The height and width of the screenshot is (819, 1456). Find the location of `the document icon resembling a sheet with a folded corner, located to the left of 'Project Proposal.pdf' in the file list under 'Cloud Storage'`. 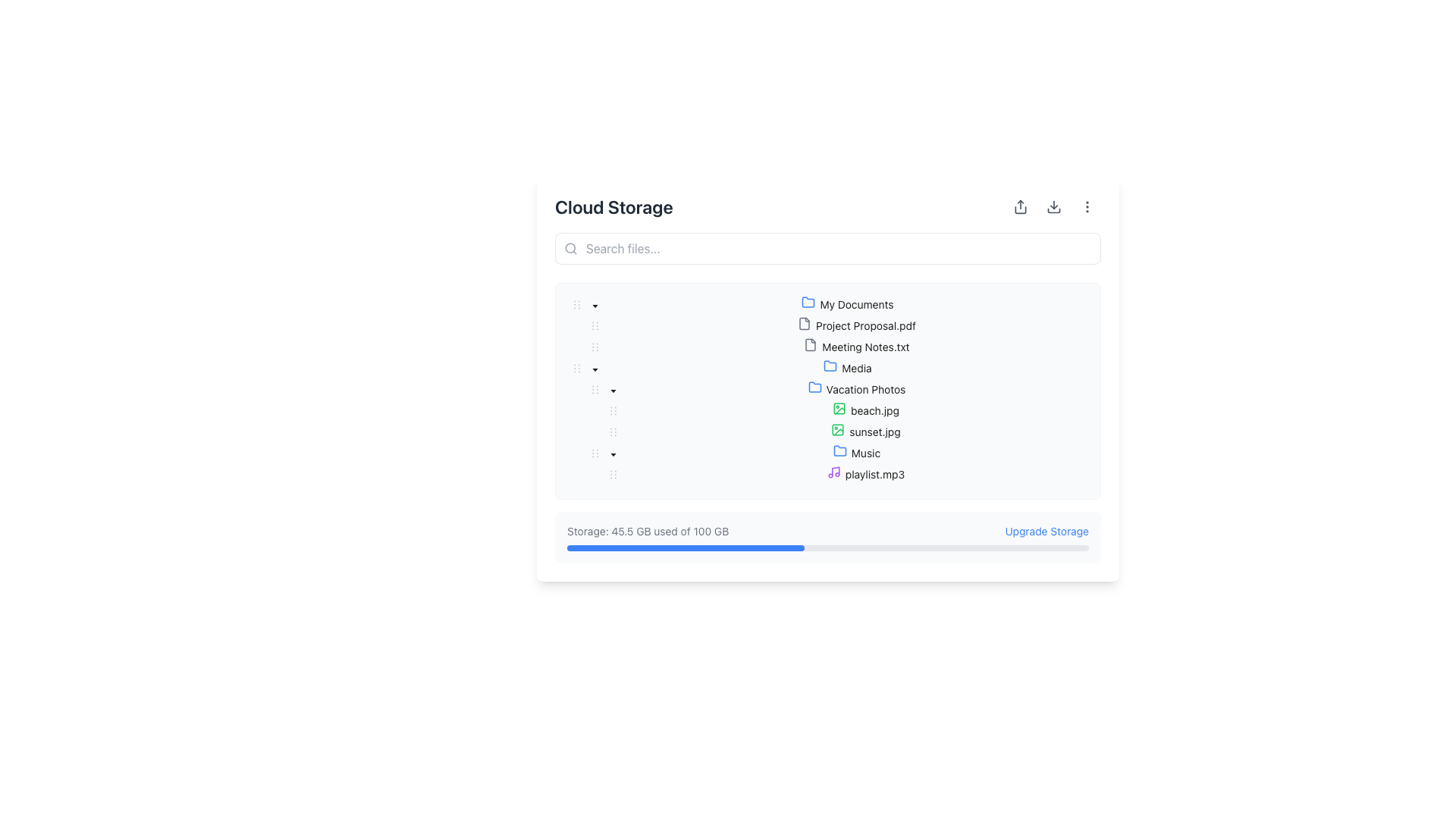

the document icon resembling a sheet with a folded corner, located to the left of 'Project Proposal.pdf' in the file list under 'Cloud Storage' is located at coordinates (804, 323).